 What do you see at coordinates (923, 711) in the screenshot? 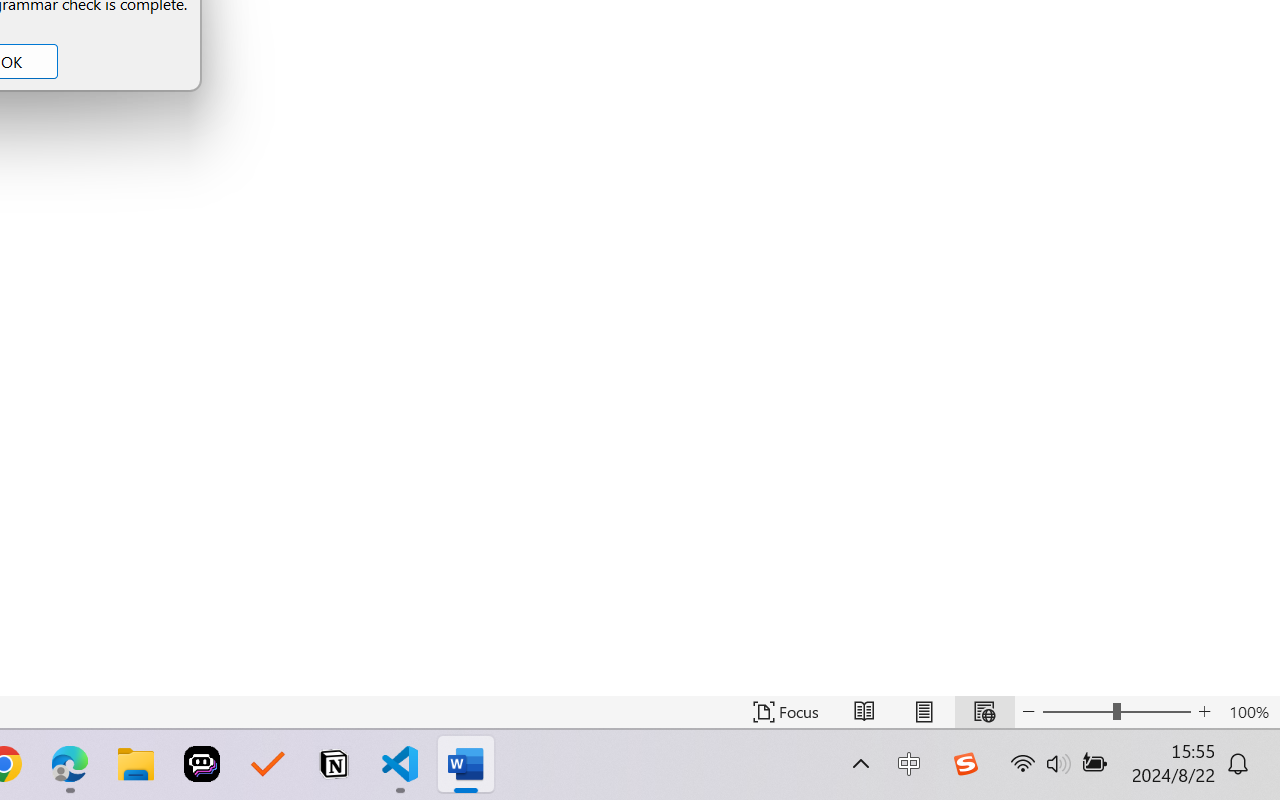
I see `'Print Layout'` at bounding box center [923, 711].